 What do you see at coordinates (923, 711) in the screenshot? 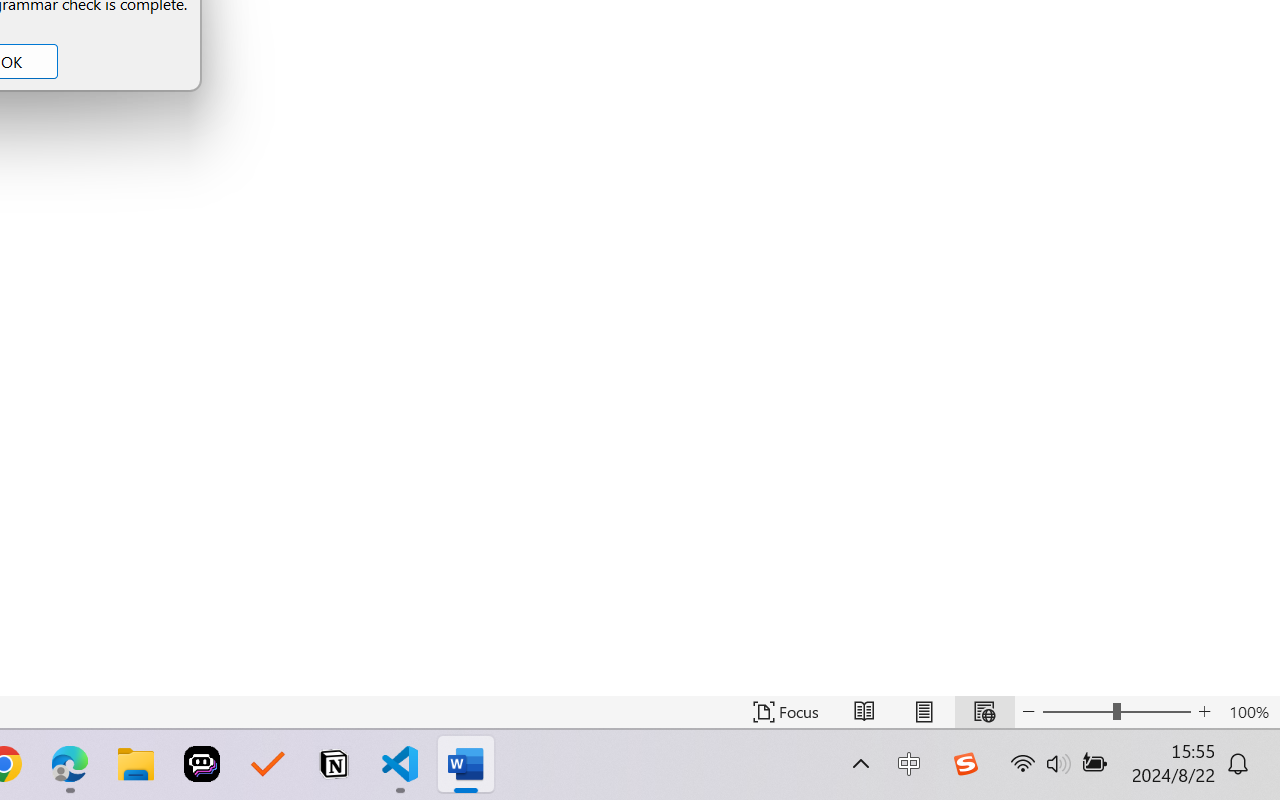
I see `'Print Layout'` at bounding box center [923, 711].